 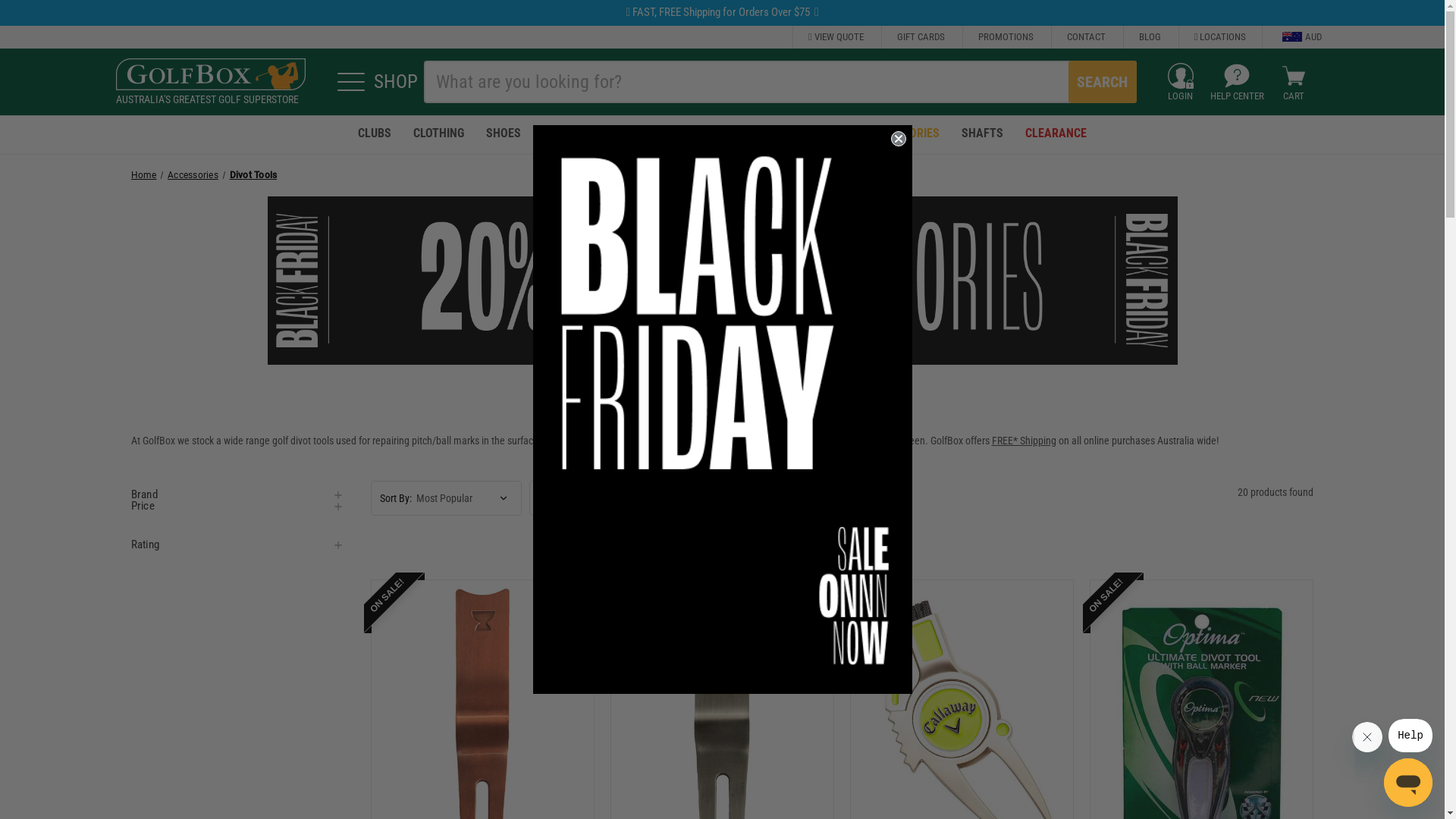 I want to click on 'Home', so click(x=143, y=174).